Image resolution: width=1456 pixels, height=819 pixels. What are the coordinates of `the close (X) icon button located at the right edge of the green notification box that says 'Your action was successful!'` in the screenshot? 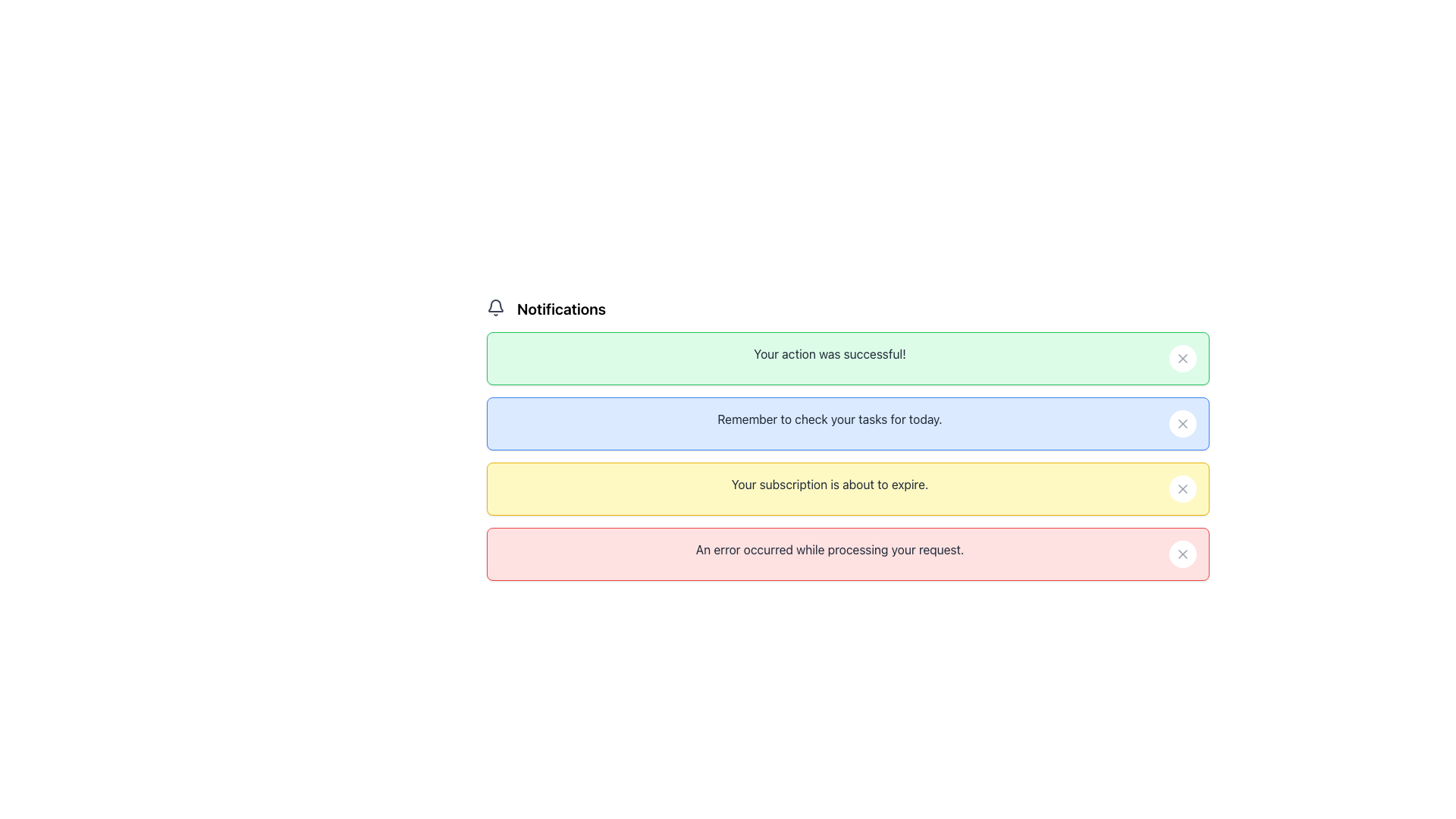 It's located at (1182, 359).